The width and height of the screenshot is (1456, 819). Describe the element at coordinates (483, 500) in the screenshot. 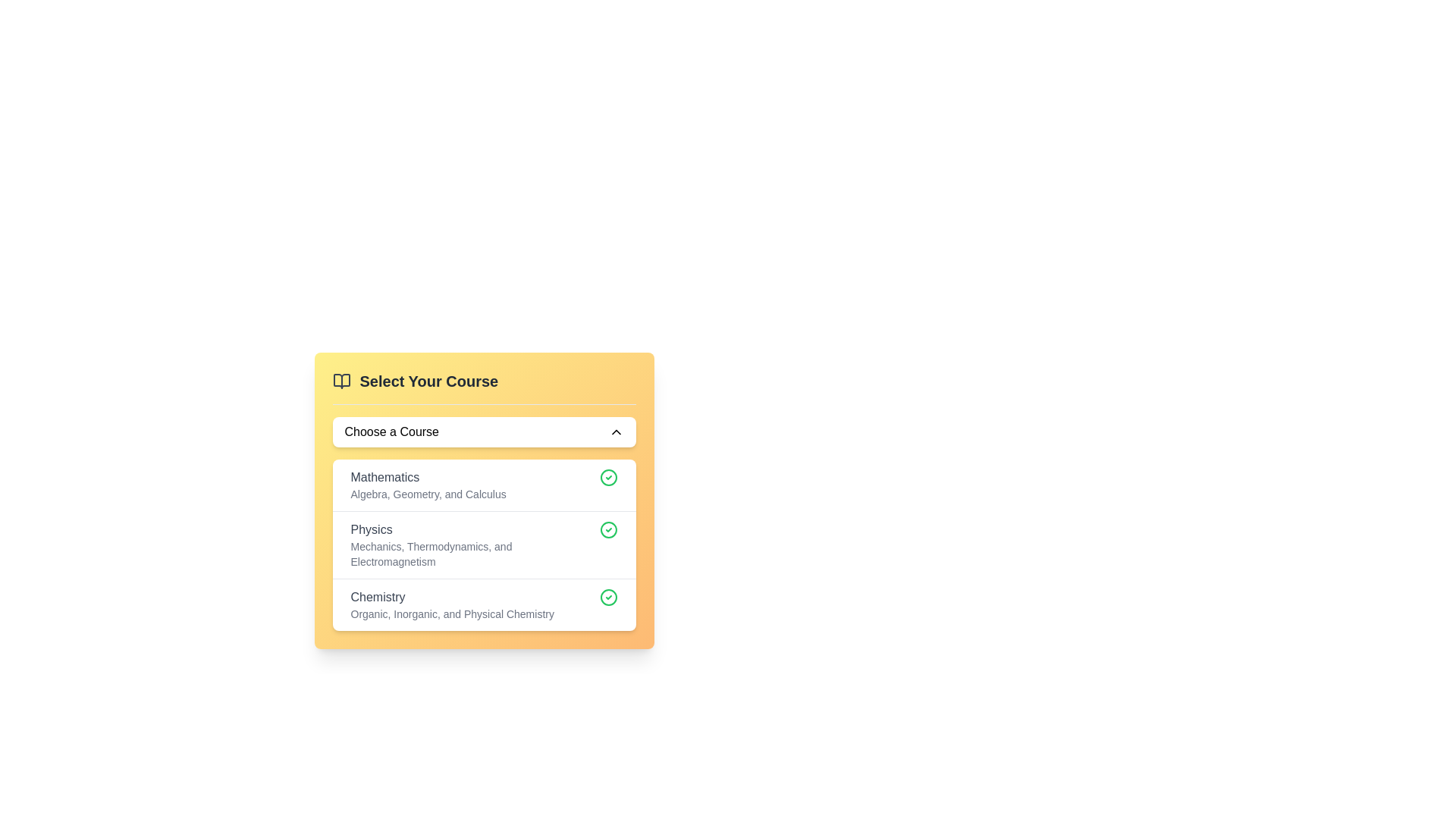

I see `the text block titled 'Select Your Course' which contains options like 'Mathematics' to highlight it` at that location.